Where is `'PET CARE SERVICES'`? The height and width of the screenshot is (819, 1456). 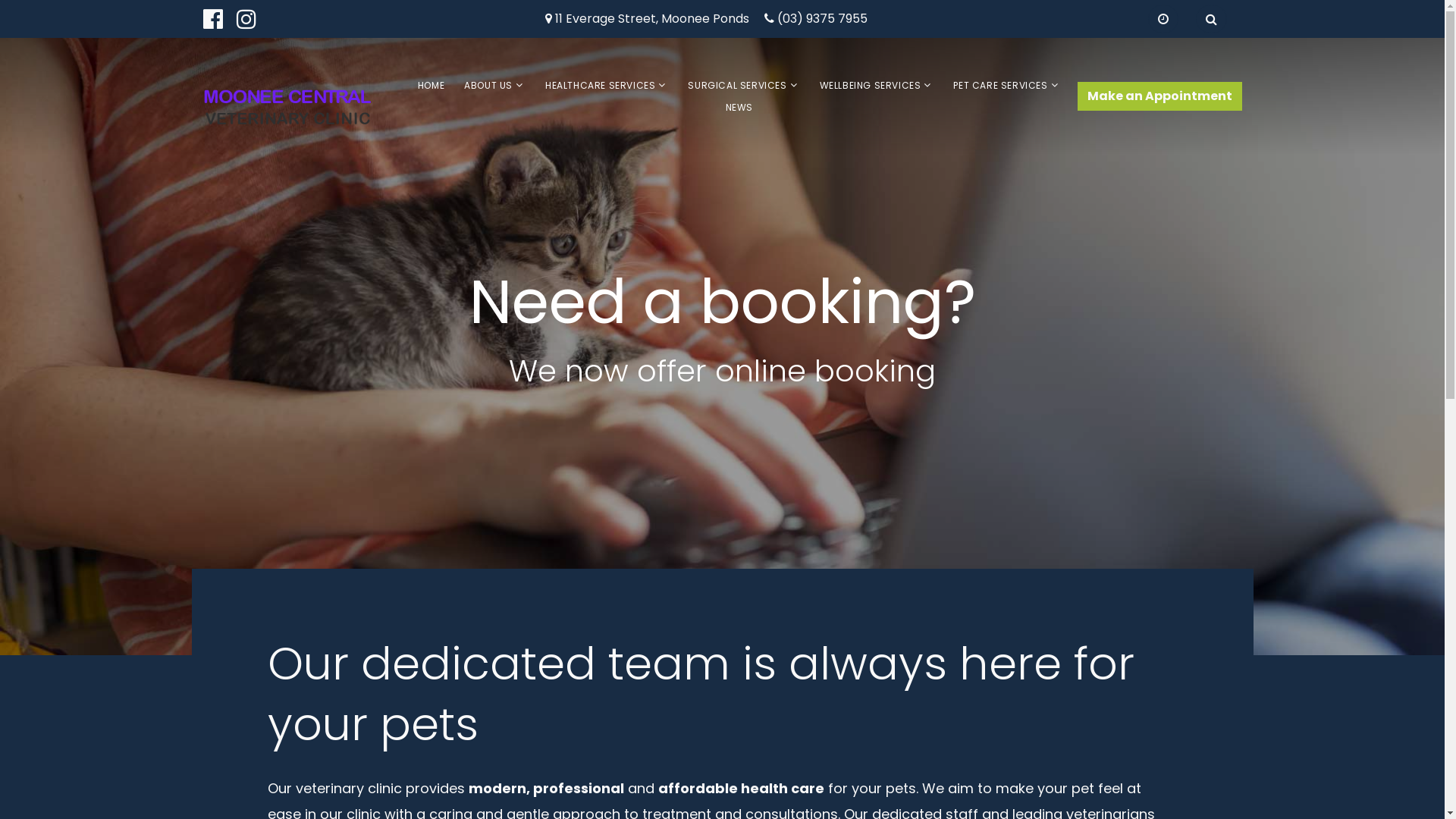
'PET CARE SERVICES' is located at coordinates (1000, 85).